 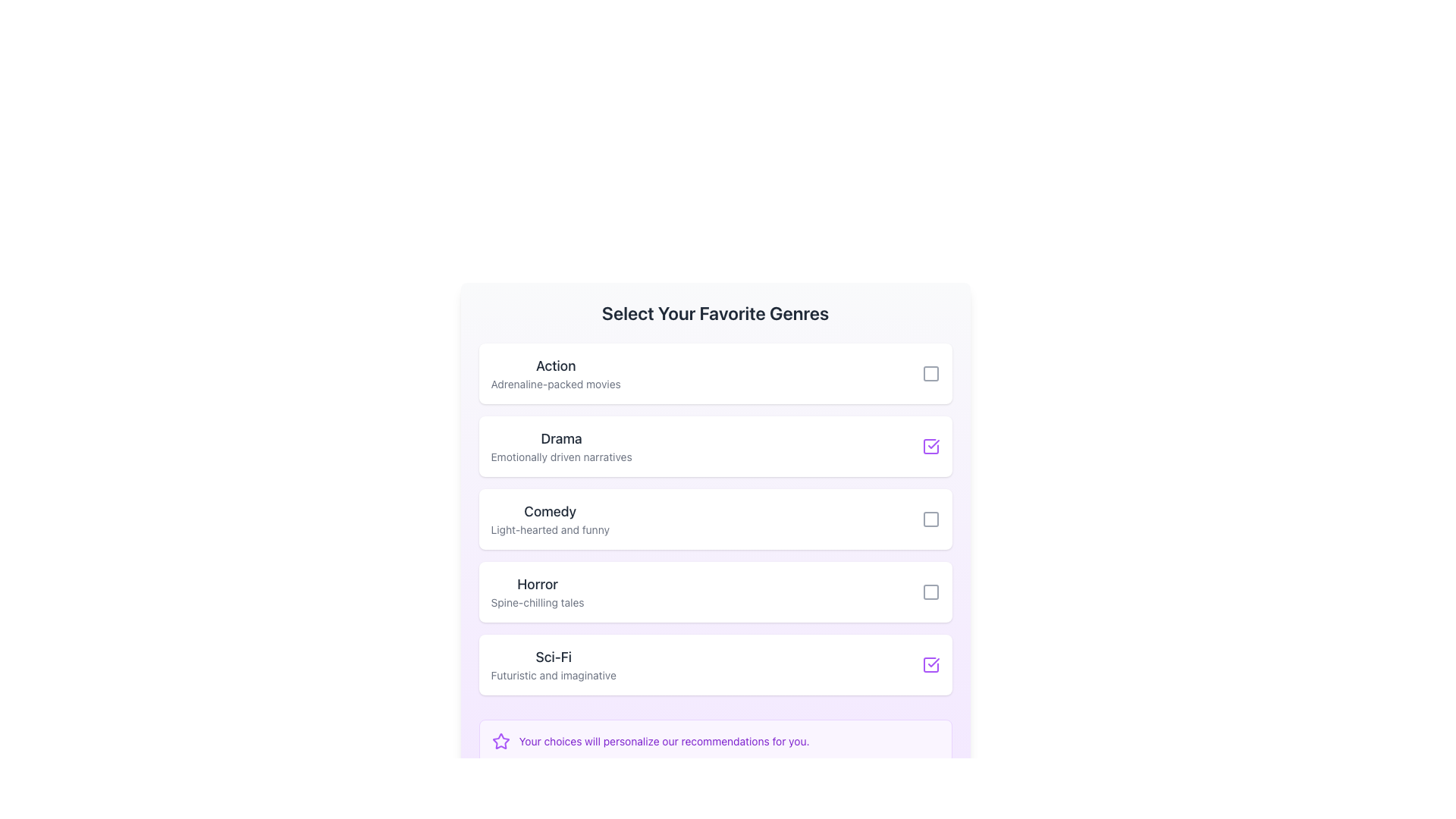 What do you see at coordinates (553, 657) in the screenshot?
I see `the 'Sci-Fi' label, which is the fifth item in the vertical list of genres, styled in bold dark gray font and positioned between 'Horror' and its description 'Futuristic and imaginative'` at bounding box center [553, 657].